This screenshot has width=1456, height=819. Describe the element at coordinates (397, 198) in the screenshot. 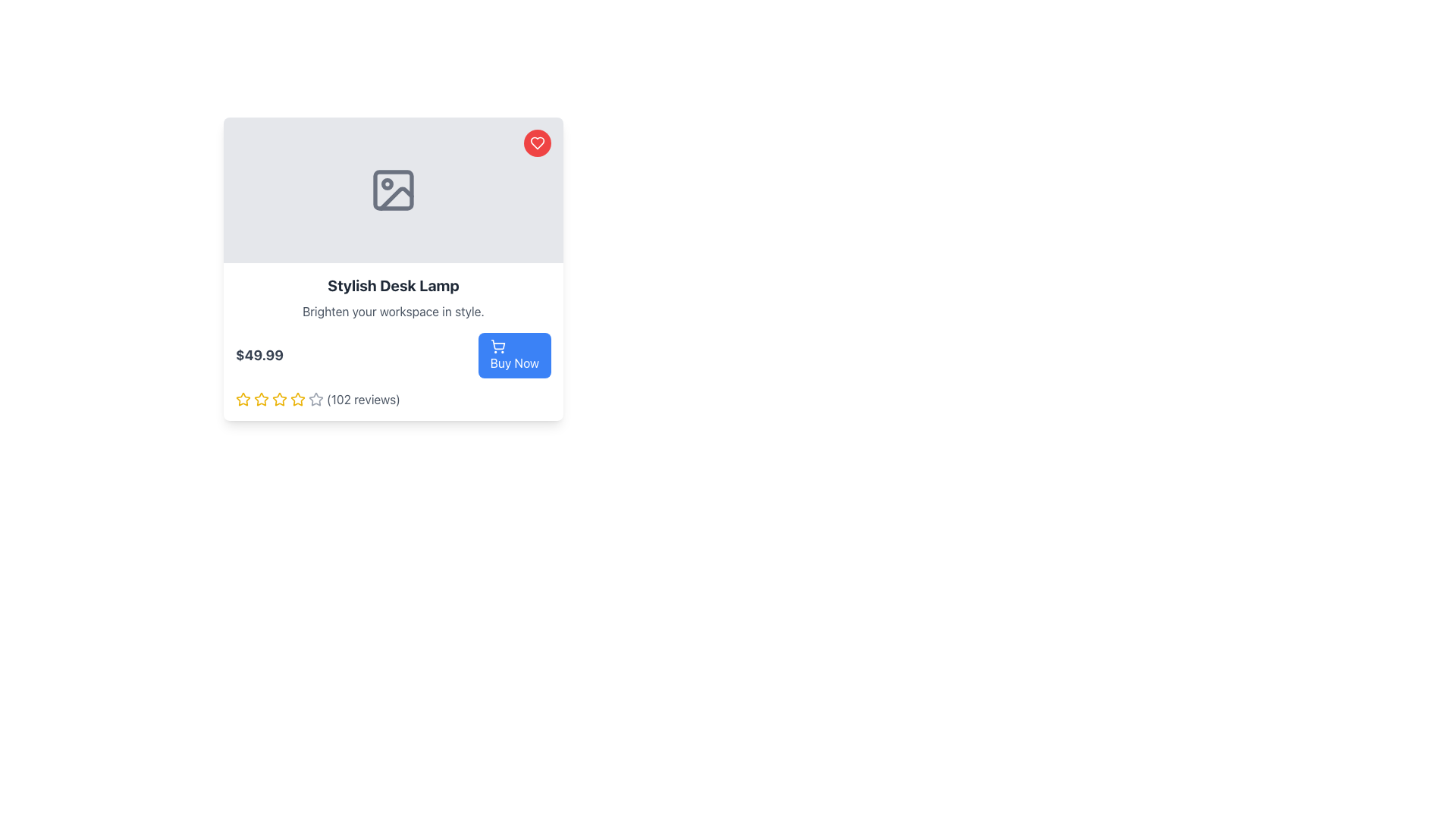

I see `diagonal line segment within the outlined square of the SVG image using developer tools` at that location.